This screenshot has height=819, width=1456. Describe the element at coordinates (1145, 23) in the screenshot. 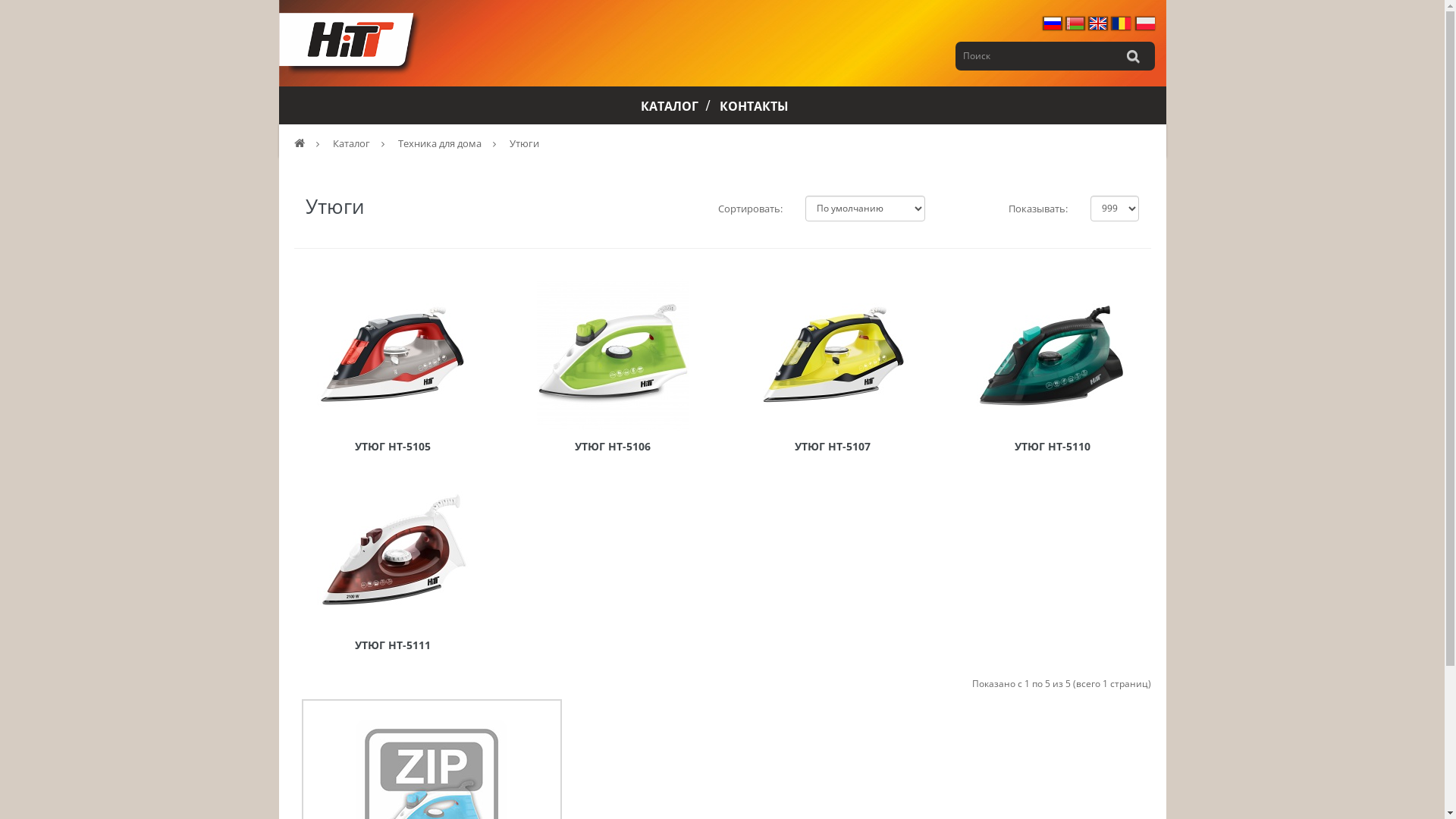

I see `'Polski'` at that location.